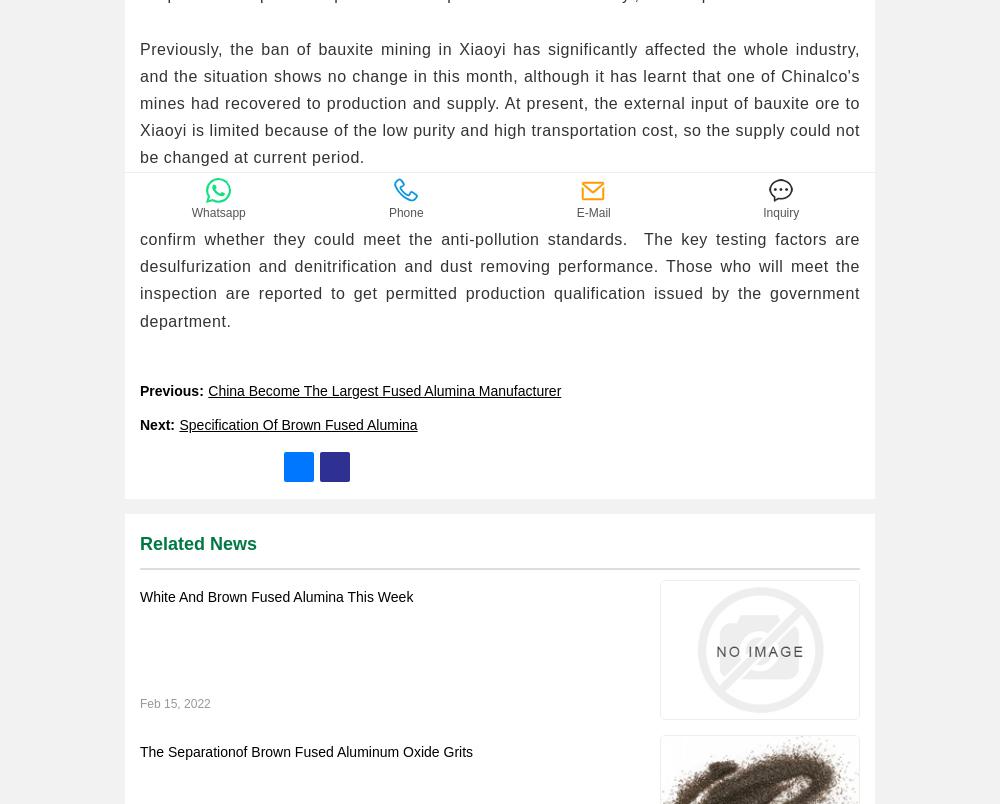  Describe the element at coordinates (781, 235) in the screenshot. I see `'Inquiry'` at that location.